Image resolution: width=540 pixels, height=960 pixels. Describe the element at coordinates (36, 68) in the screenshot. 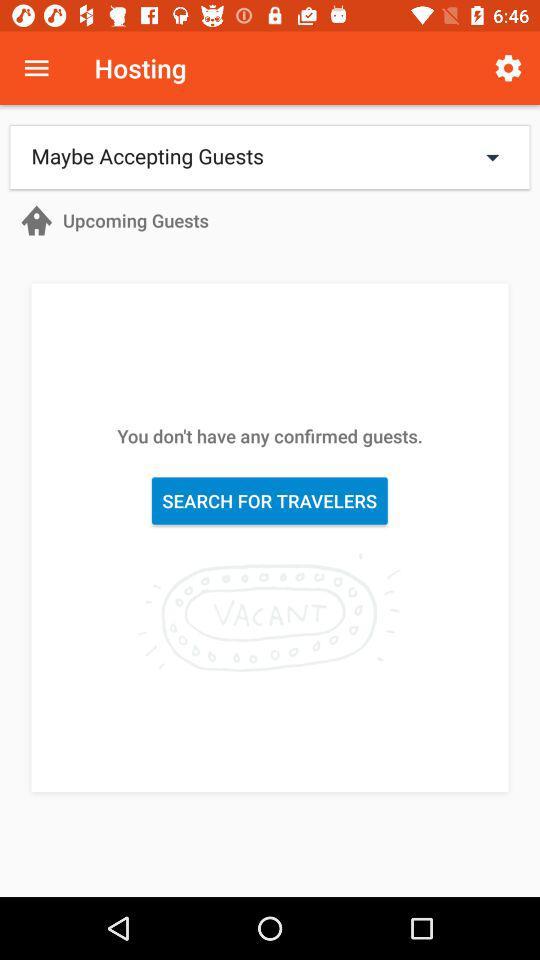

I see `menu` at that location.